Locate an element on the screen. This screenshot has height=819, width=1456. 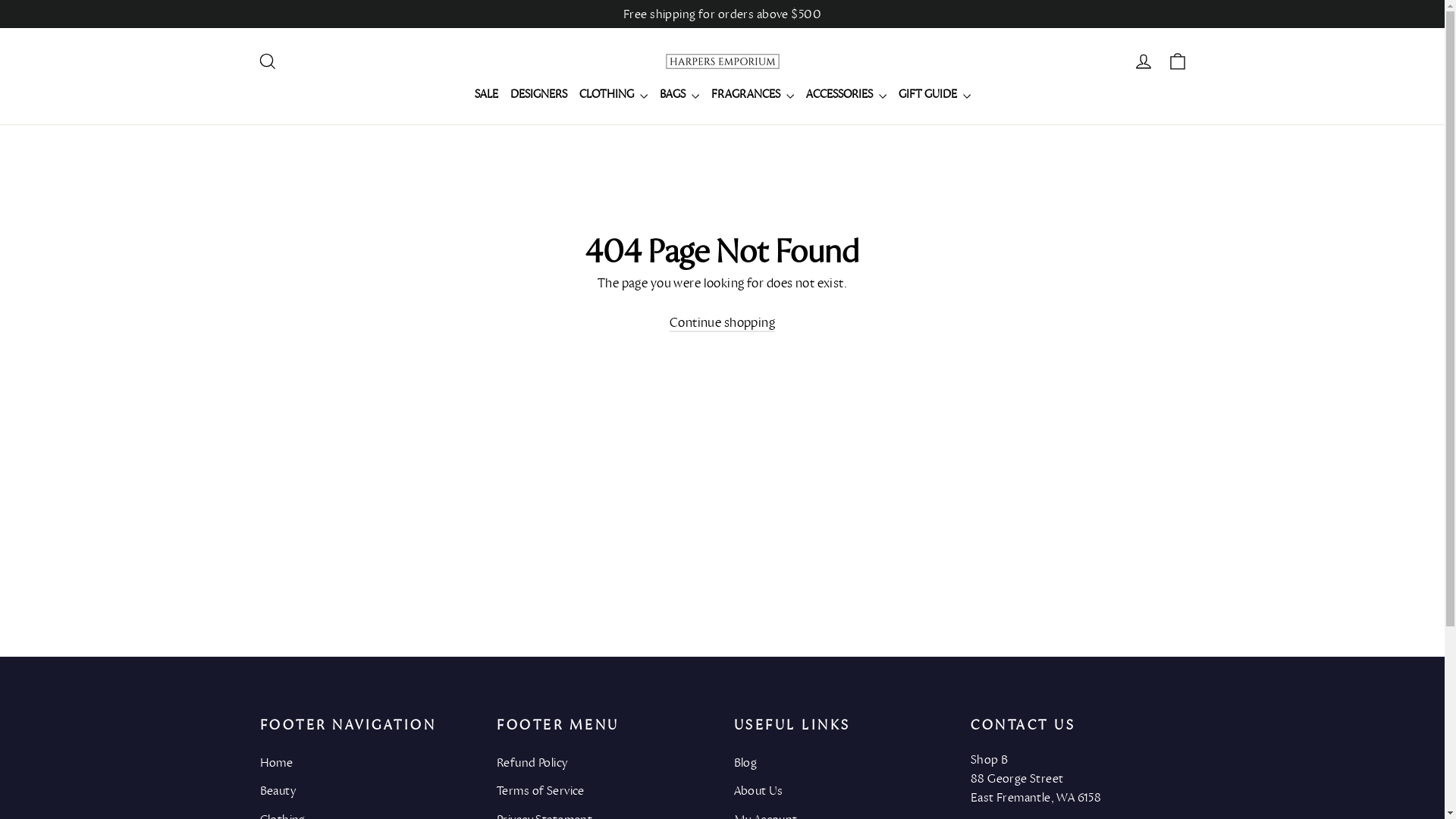
'Log in' is located at coordinates (1143, 61).